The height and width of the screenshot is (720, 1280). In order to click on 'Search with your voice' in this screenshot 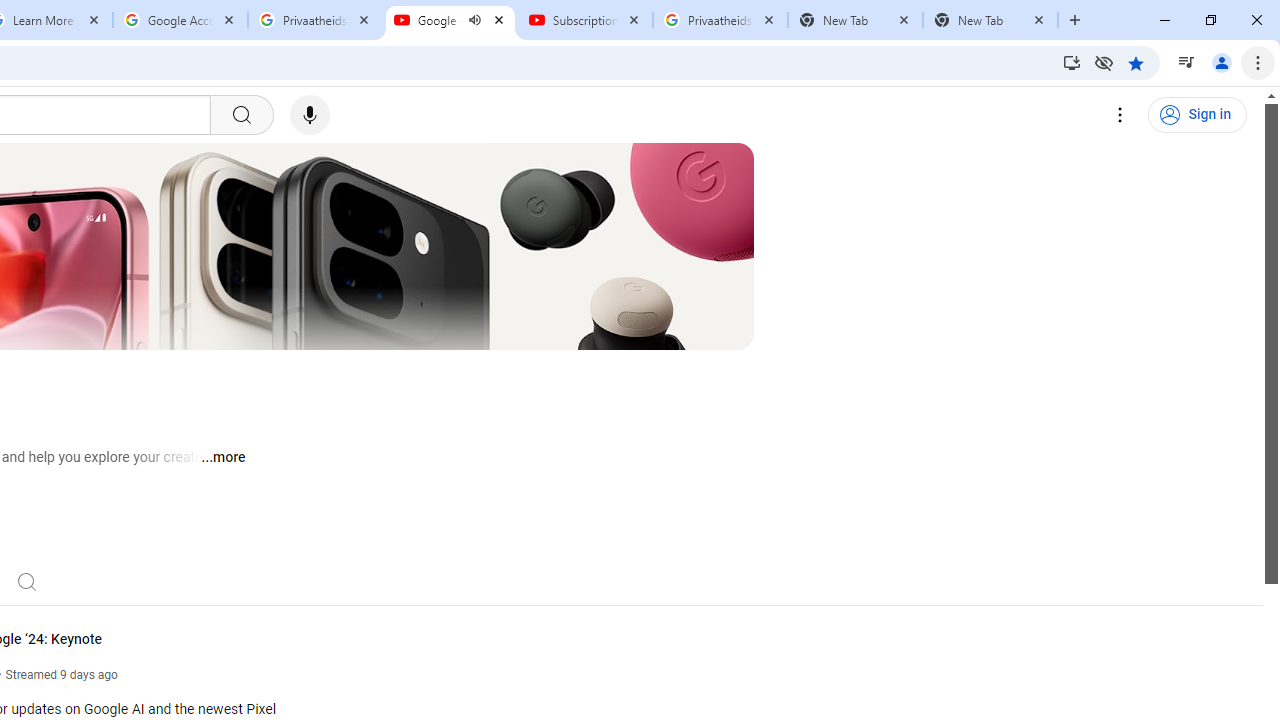, I will do `click(308, 115)`.